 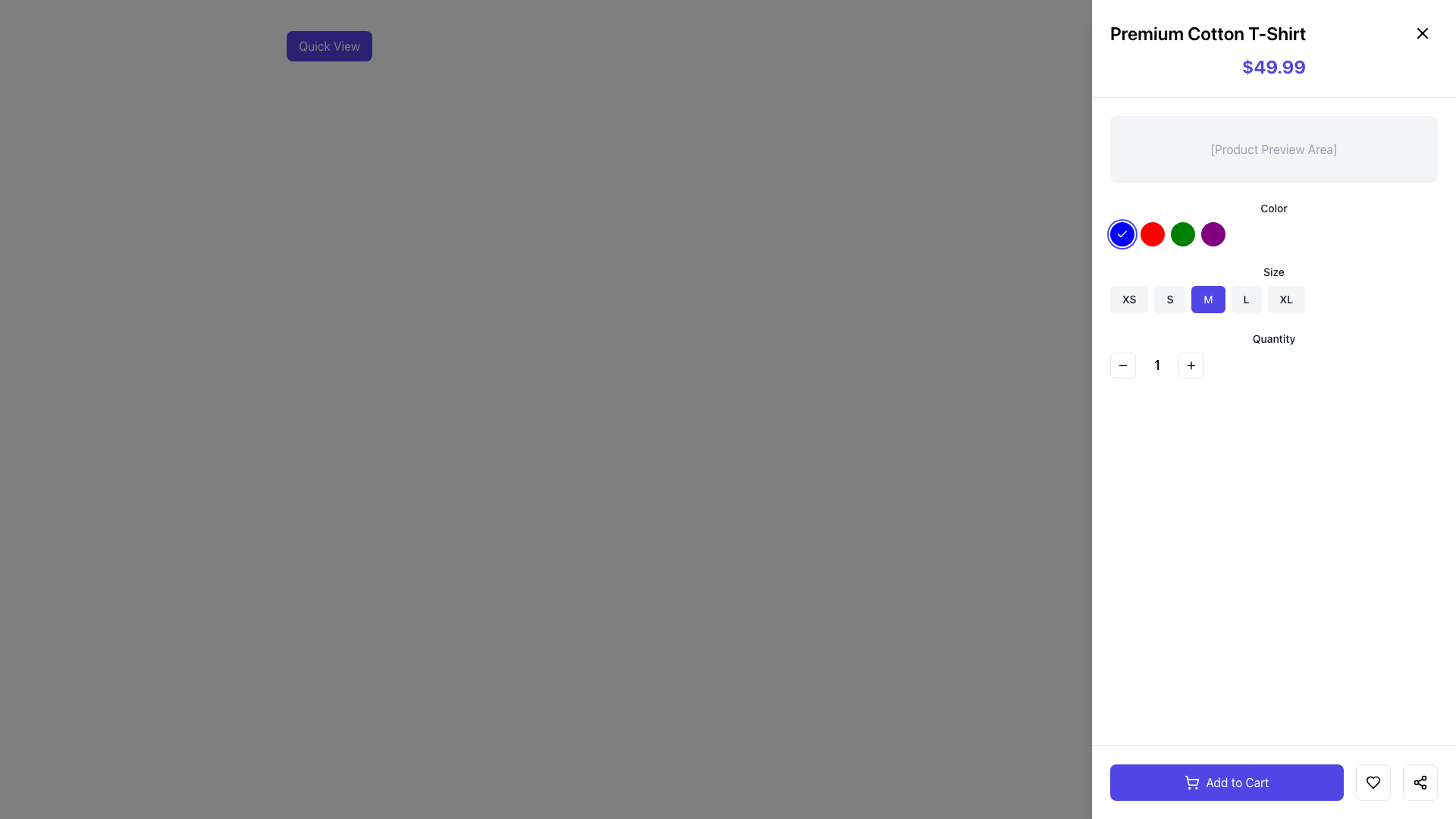 What do you see at coordinates (1419, 783) in the screenshot?
I see `the 'Share' icon, which is a monochrome outline icon consisting of three circular nodes connected by two lines, located in the bottom-right corner of the interface` at bounding box center [1419, 783].